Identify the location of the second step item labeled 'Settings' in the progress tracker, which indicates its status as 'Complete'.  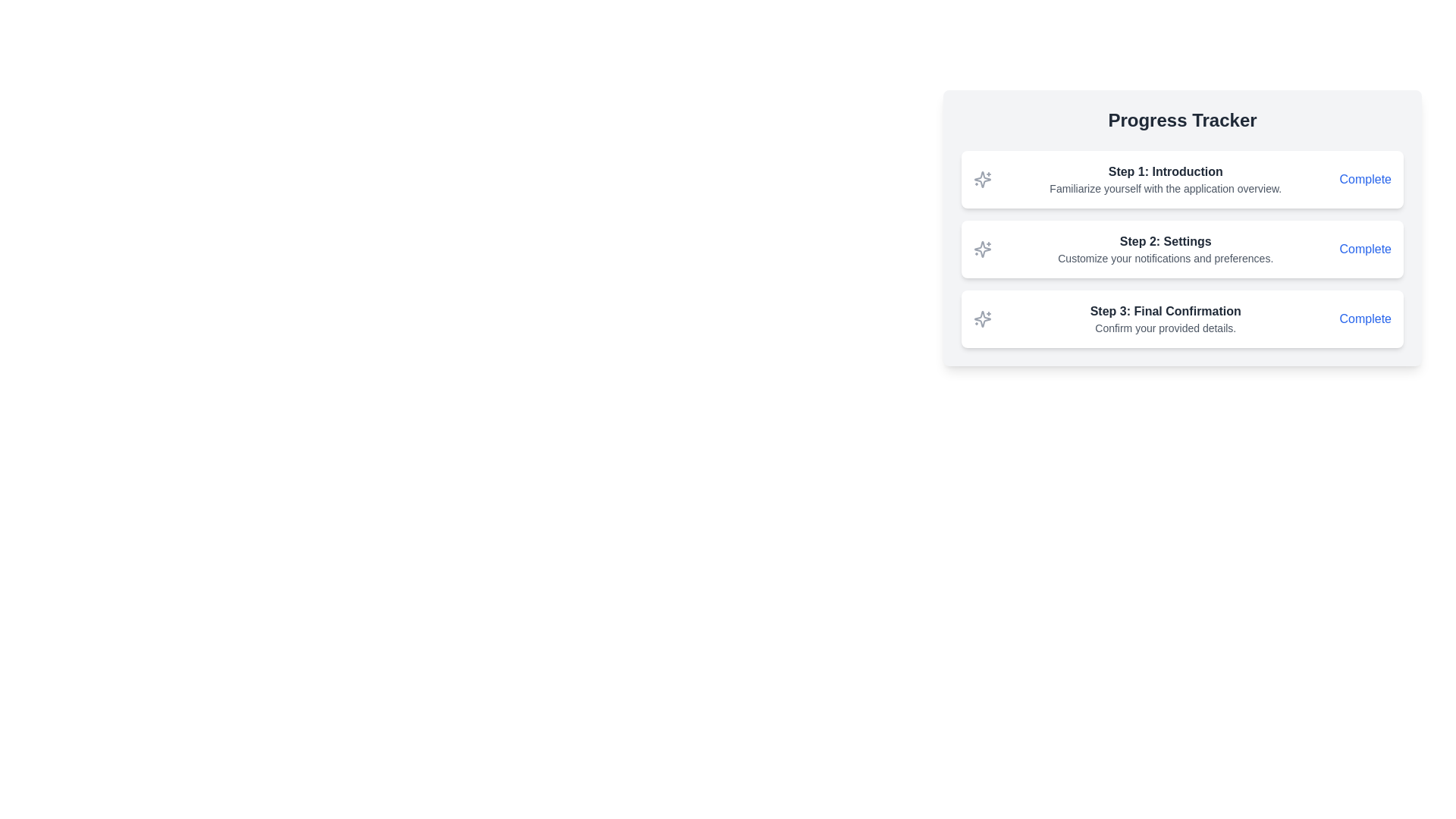
(1181, 248).